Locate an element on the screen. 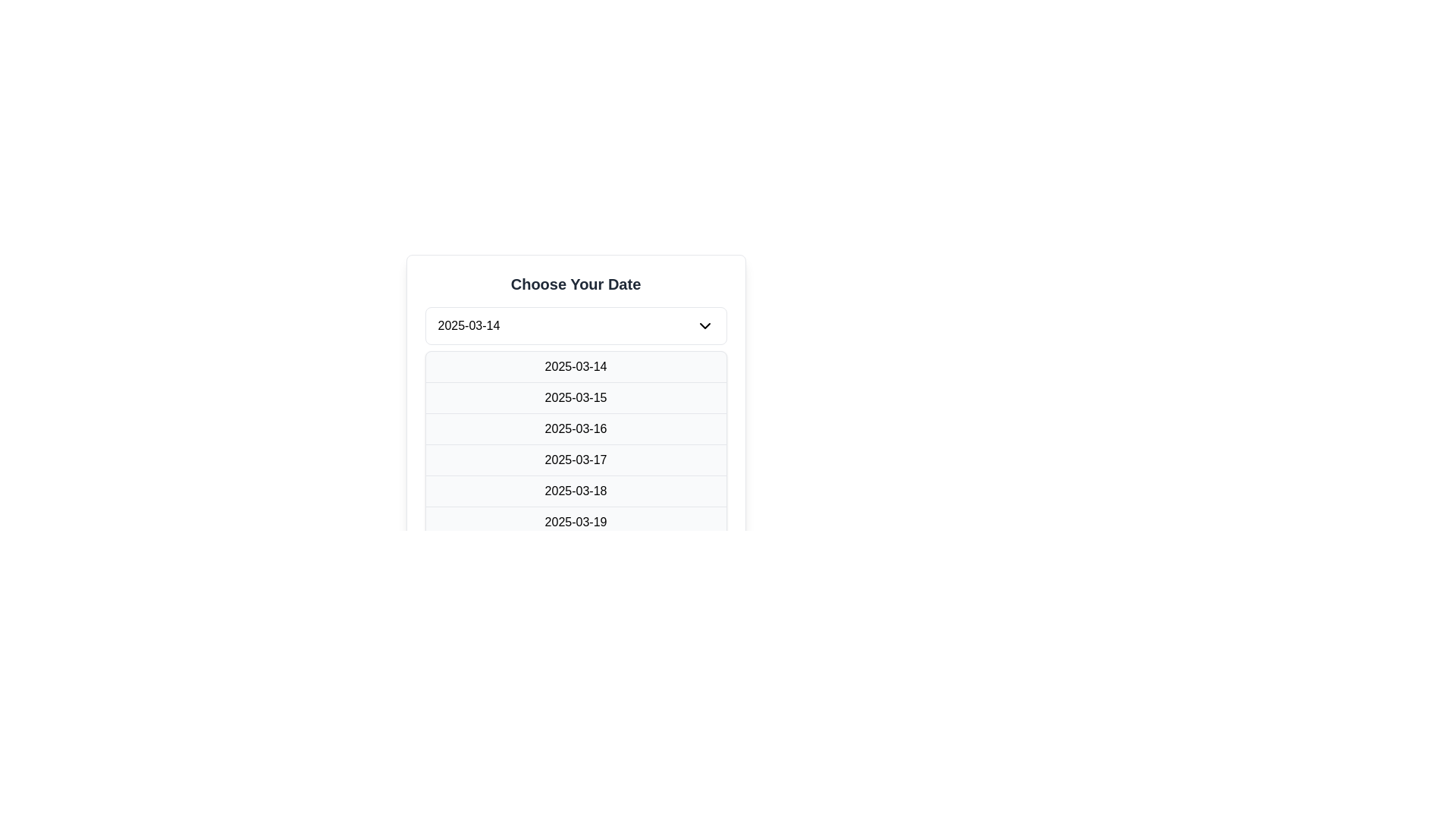 The width and height of the screenshot is (1456, 819). the dropdown indicator (SVG icon) resembling a downward-facing chevron is located at coordinates (704, 325).